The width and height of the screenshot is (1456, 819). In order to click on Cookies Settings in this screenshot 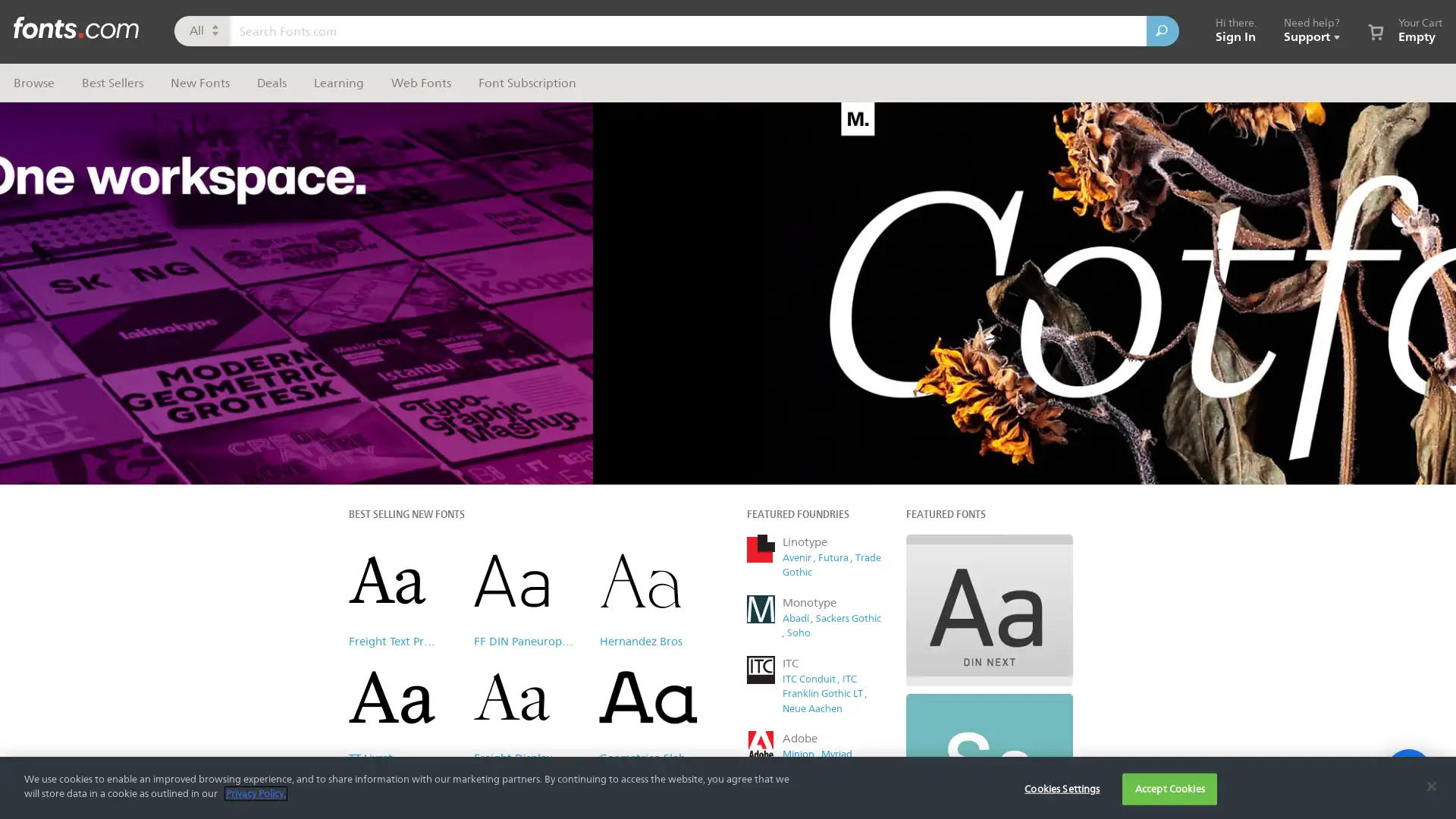, I will do `click(1061, 788)`.